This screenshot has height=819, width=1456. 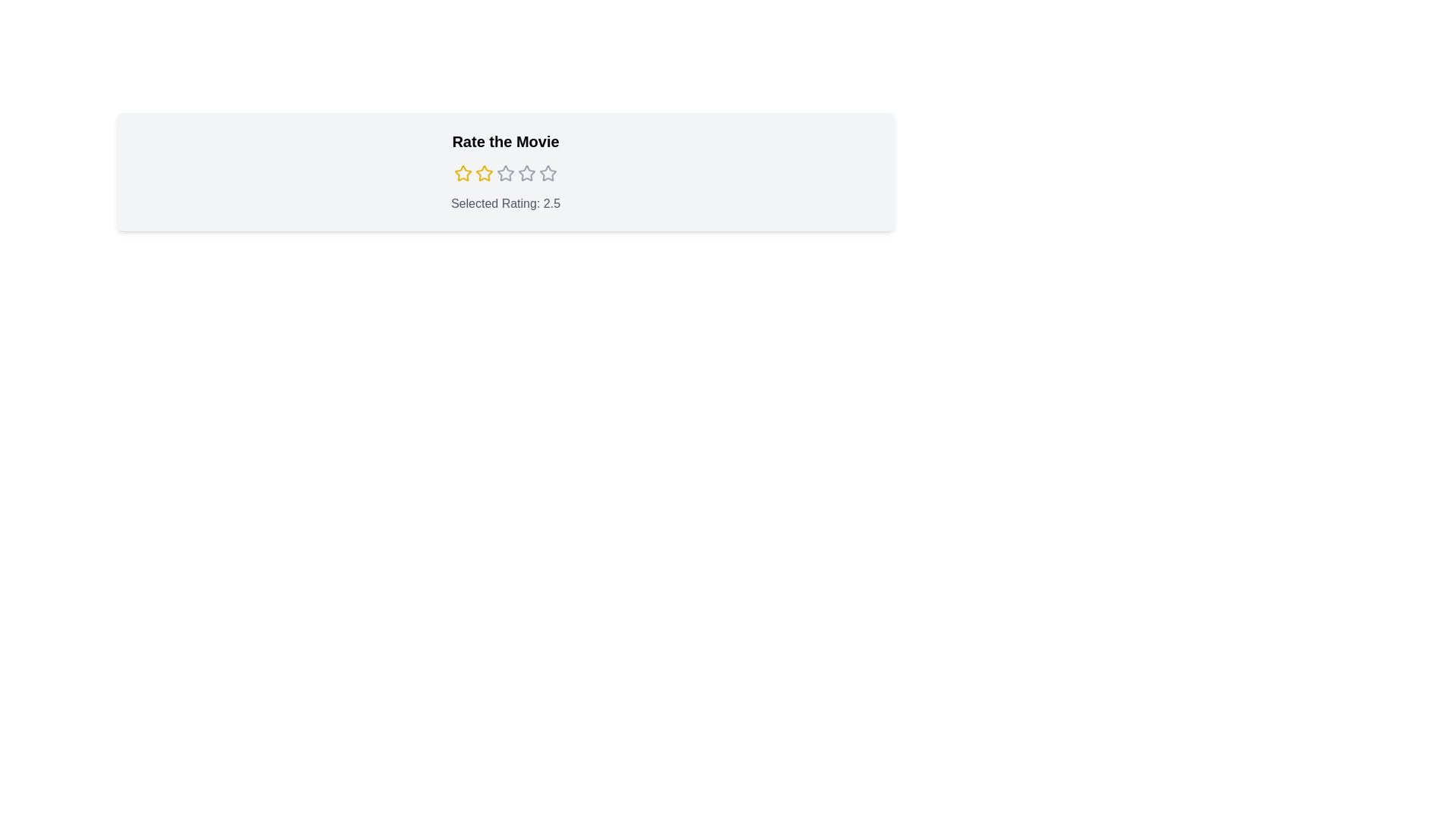 What do you see at coordinates (548, 172) in the screenshot?
I see `the fifth star icon in the rating row below 'Rate the Movie'` at bounding box center [548, 172].